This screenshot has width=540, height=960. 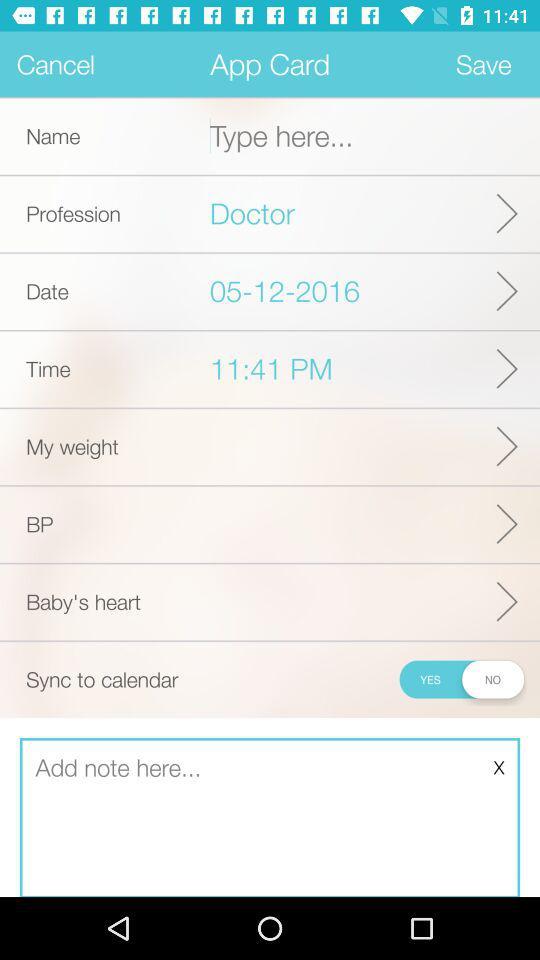 I want to click on sync option, so click(x=461, y=679).